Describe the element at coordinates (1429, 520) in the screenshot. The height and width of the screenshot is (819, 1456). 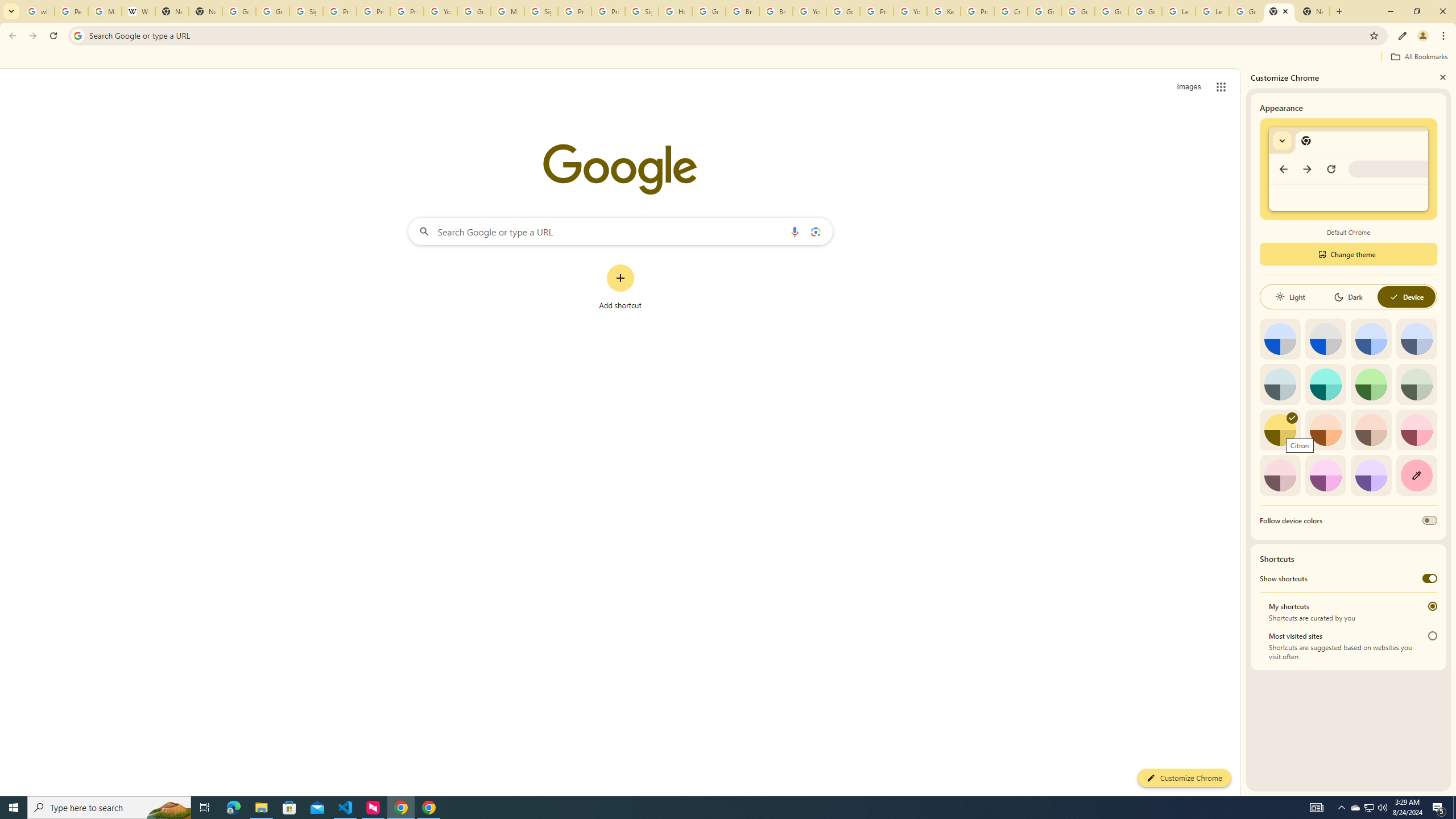
I see `'Follow device colors'` at that location.